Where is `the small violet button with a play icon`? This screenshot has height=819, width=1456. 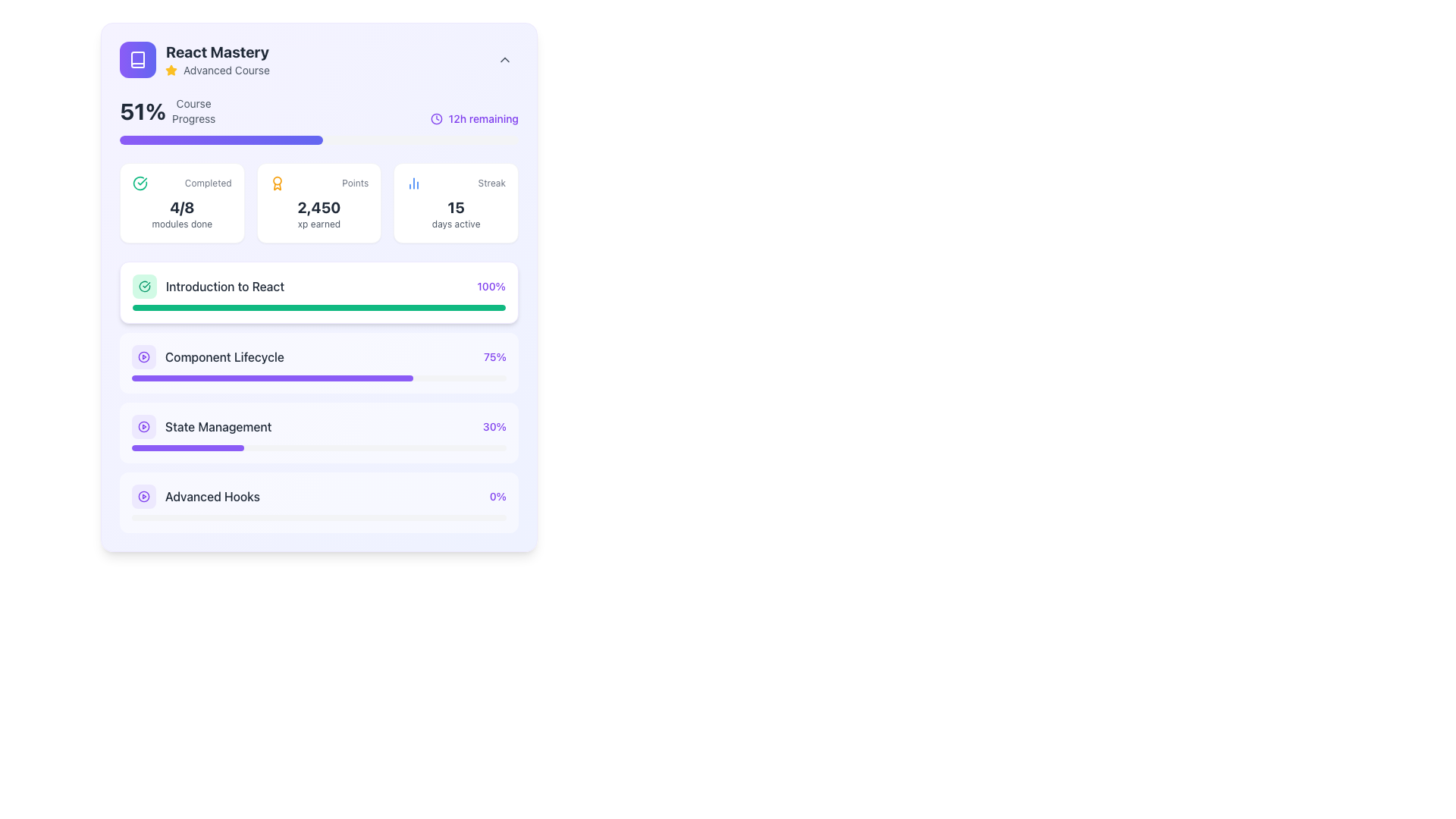 the small violet button with a play icon is located at coordinates (144, 497).